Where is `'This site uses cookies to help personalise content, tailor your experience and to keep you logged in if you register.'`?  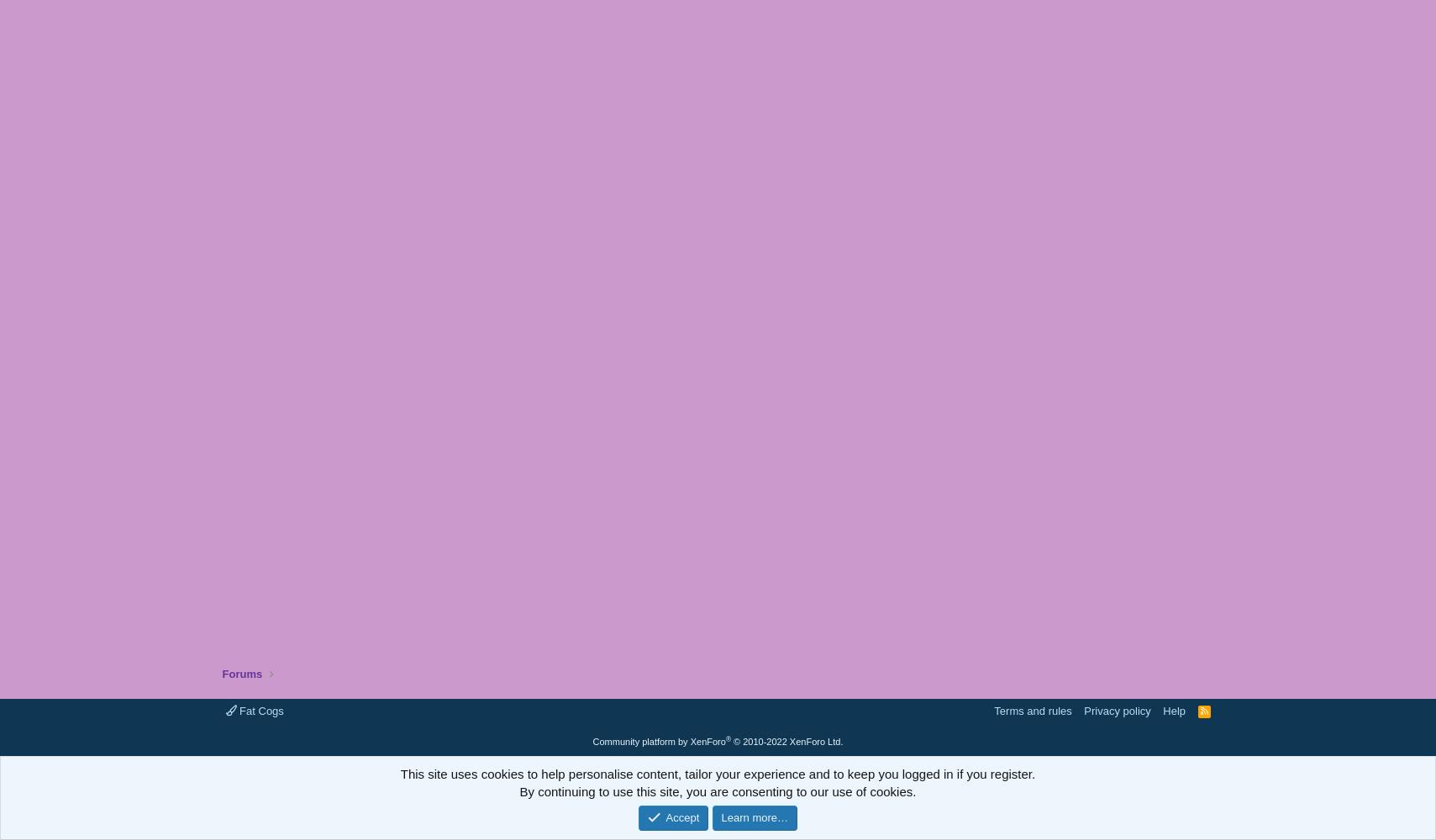
'This site uses cookies to help personalise content, tailor your experience and to keep you logged in if you register.' is located at coordinates (716, 773).